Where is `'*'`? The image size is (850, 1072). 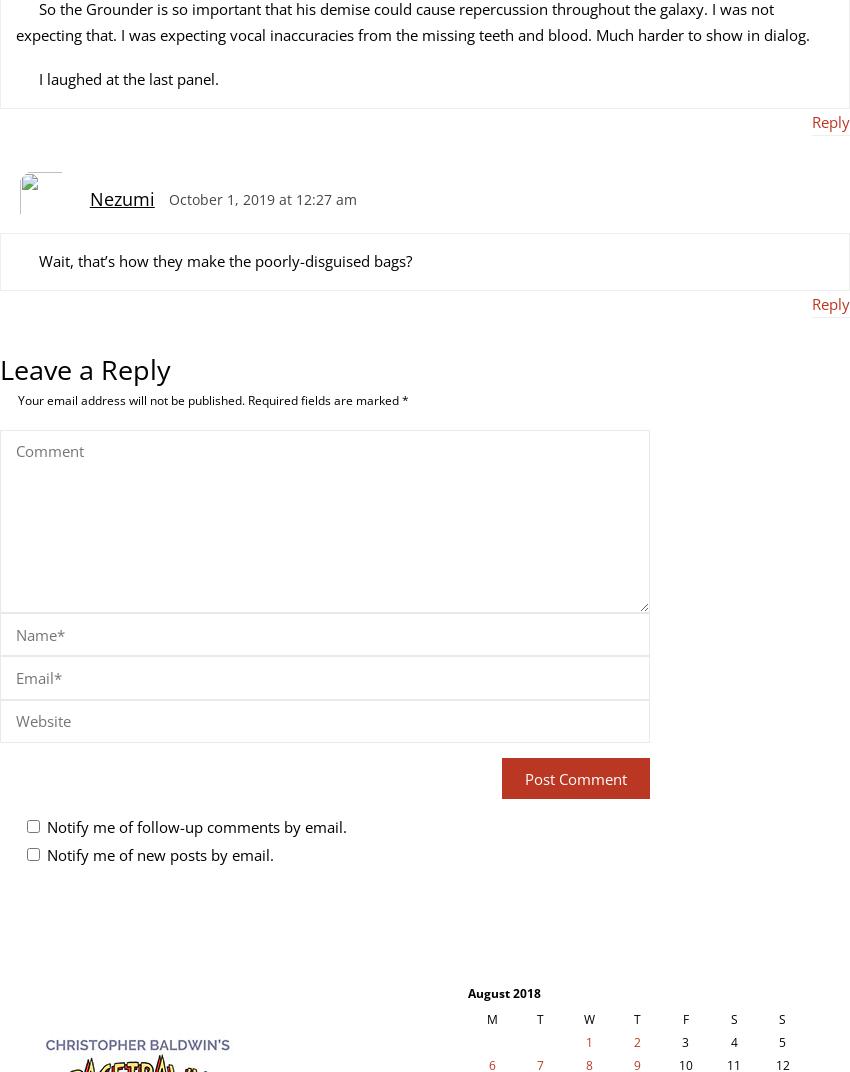 '*' is located at coordinates (401, 399).